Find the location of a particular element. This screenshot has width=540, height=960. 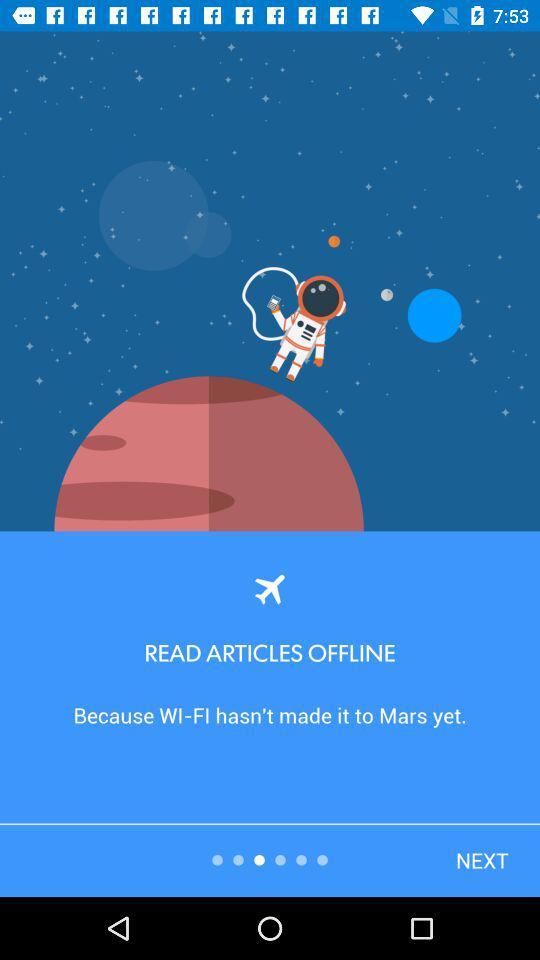

next is located at coordinates (448, 822).